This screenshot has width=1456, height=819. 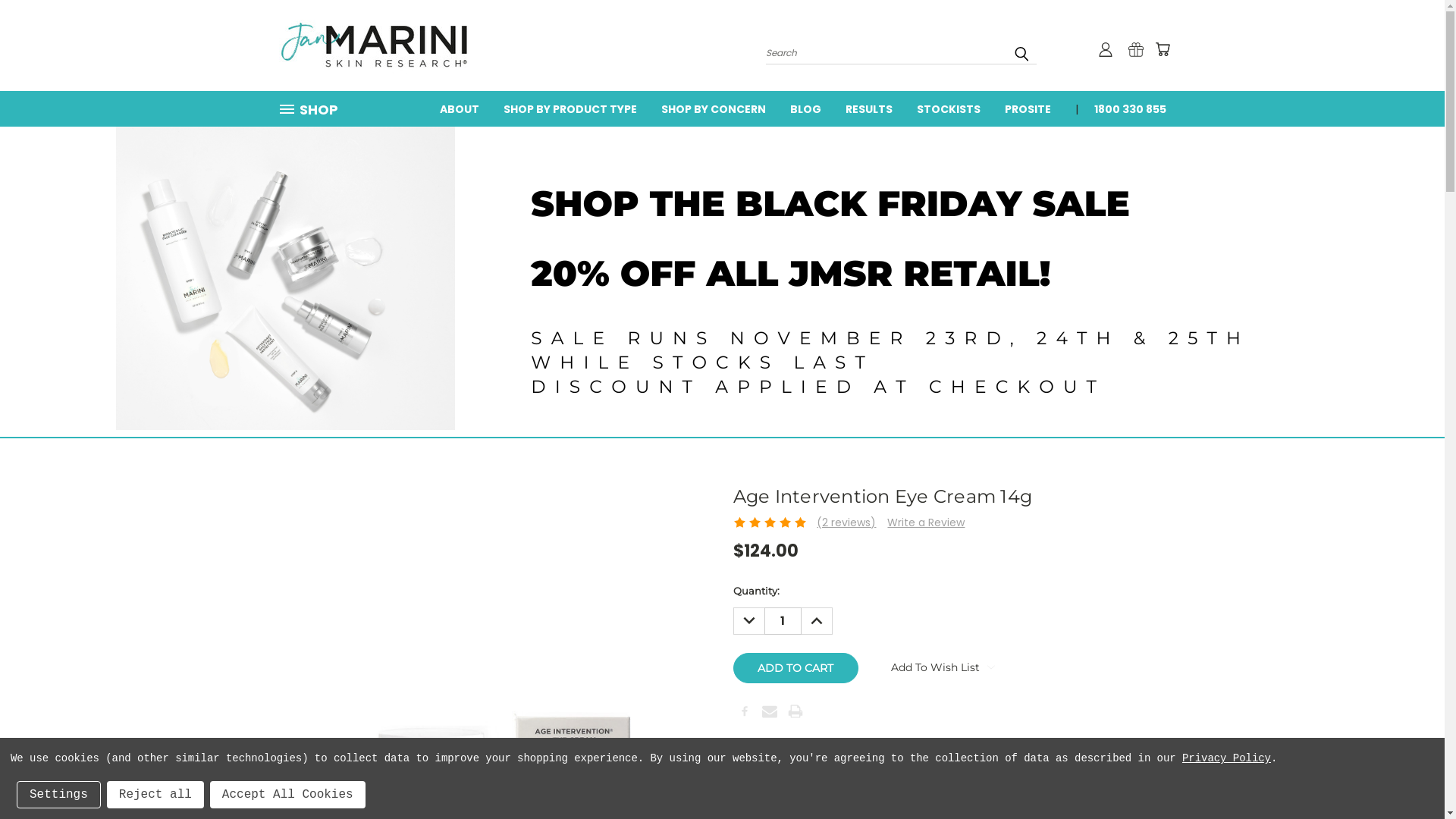 I want to click on 'RESULTS', so click(x=868, y=107).